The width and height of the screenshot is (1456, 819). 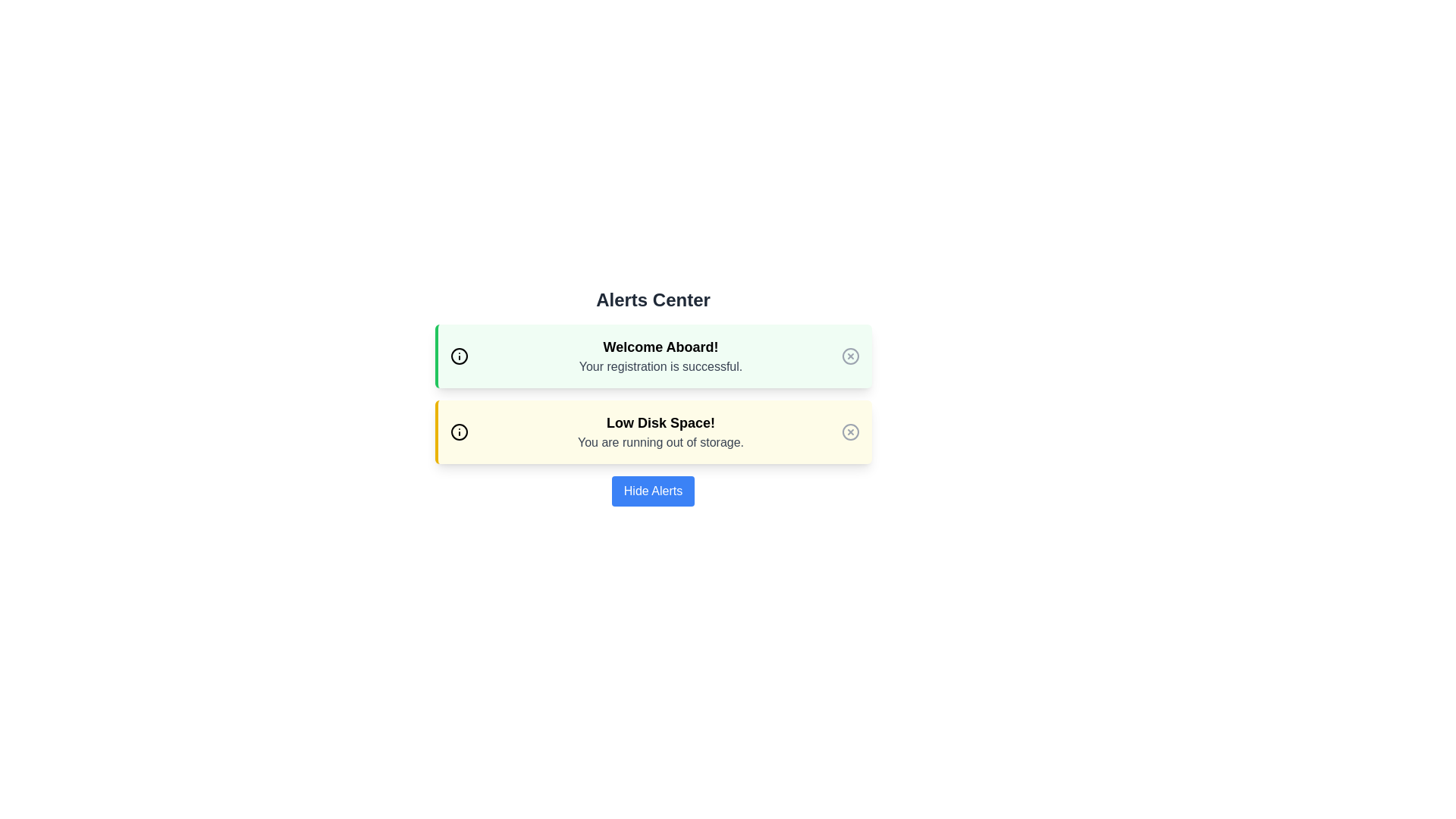 What do you see at coordinates (661, 432) in the screenshot?
I see `the 'Low Disk Space!' notification banner, which features bold text on a yellow background, located below the 'Welcome Aboard!' message` at bounding box center [661, 432].